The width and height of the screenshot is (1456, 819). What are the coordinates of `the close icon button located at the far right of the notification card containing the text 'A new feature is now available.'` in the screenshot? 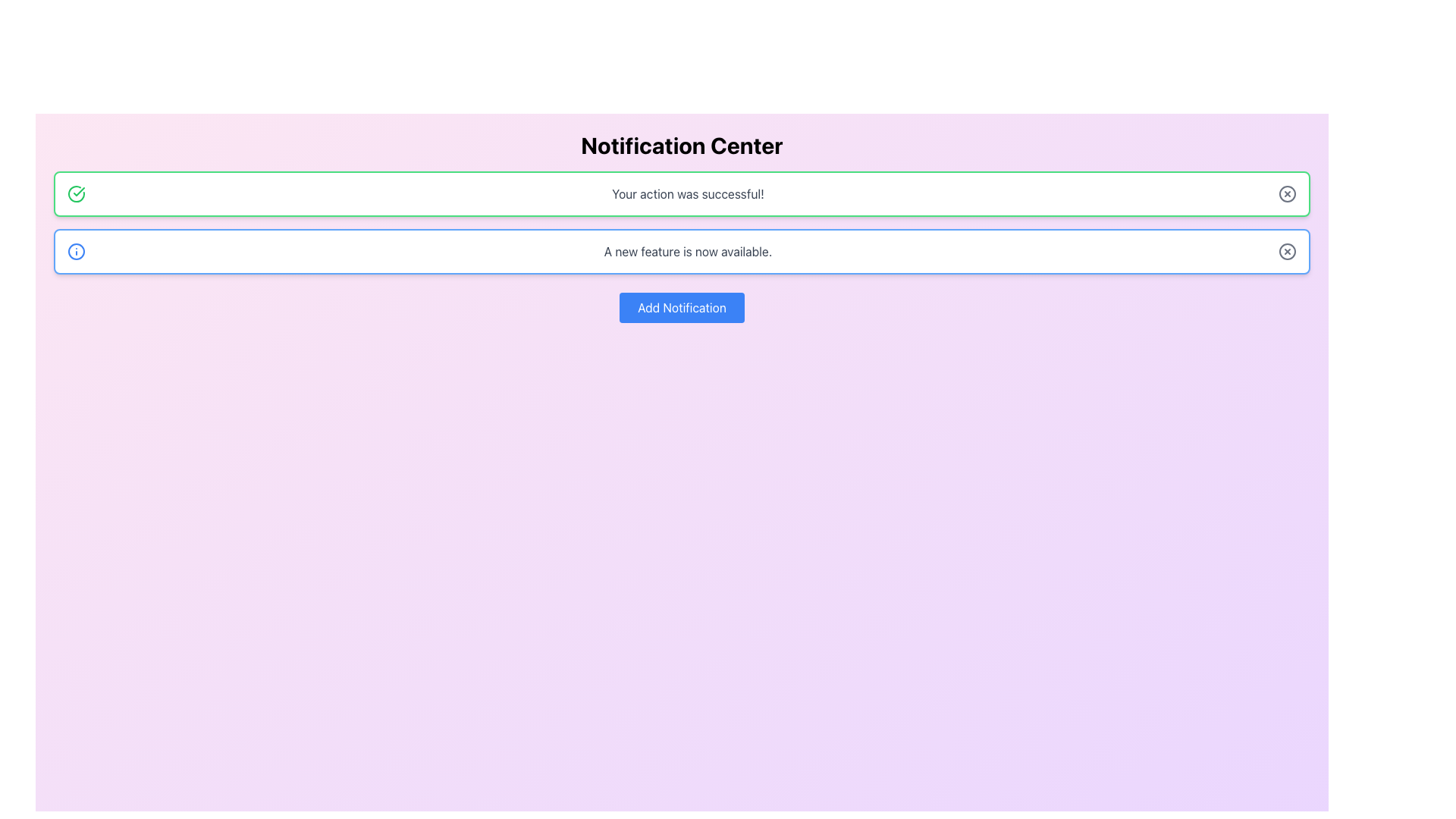 It's located at (1287, 250).